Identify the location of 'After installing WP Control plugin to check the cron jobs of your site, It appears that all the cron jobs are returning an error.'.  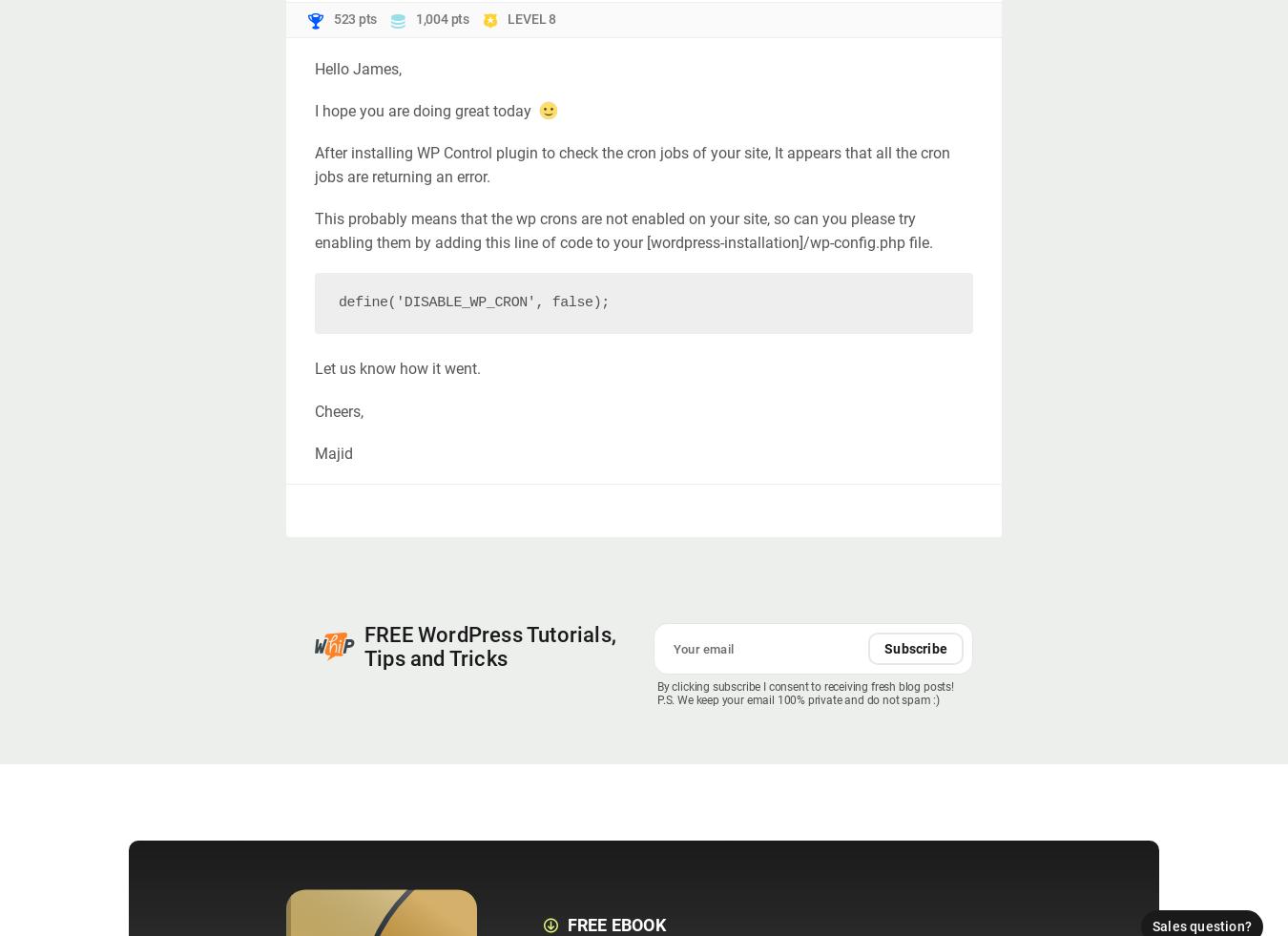
(313, 164).